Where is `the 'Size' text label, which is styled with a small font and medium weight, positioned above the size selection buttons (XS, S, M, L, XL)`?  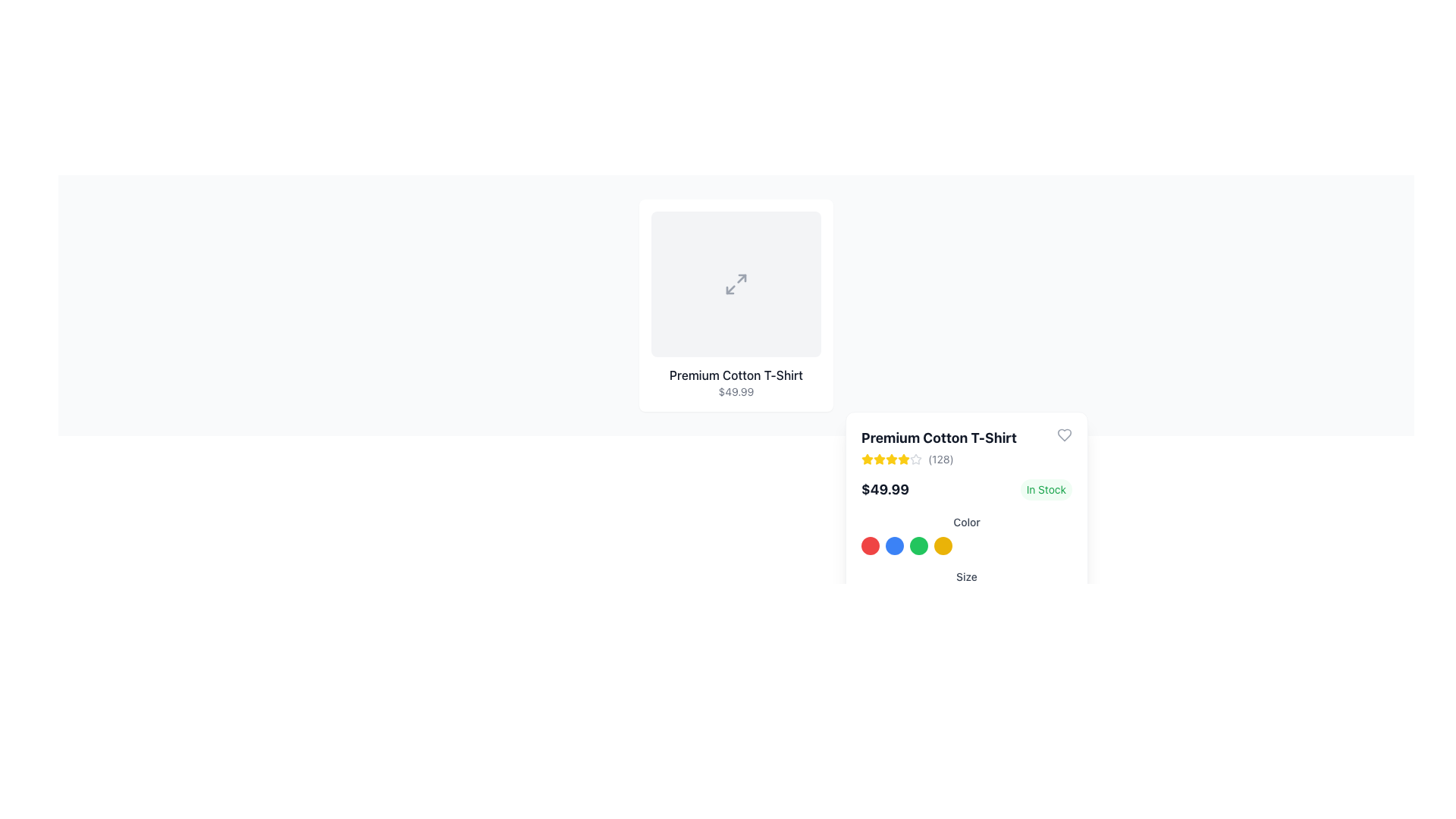 the 'Size' text label, which is styled with a small font and medium weight, positioned above the size selection buttons (XS, S, M, L, XL) is located at coordinates (966, 576).